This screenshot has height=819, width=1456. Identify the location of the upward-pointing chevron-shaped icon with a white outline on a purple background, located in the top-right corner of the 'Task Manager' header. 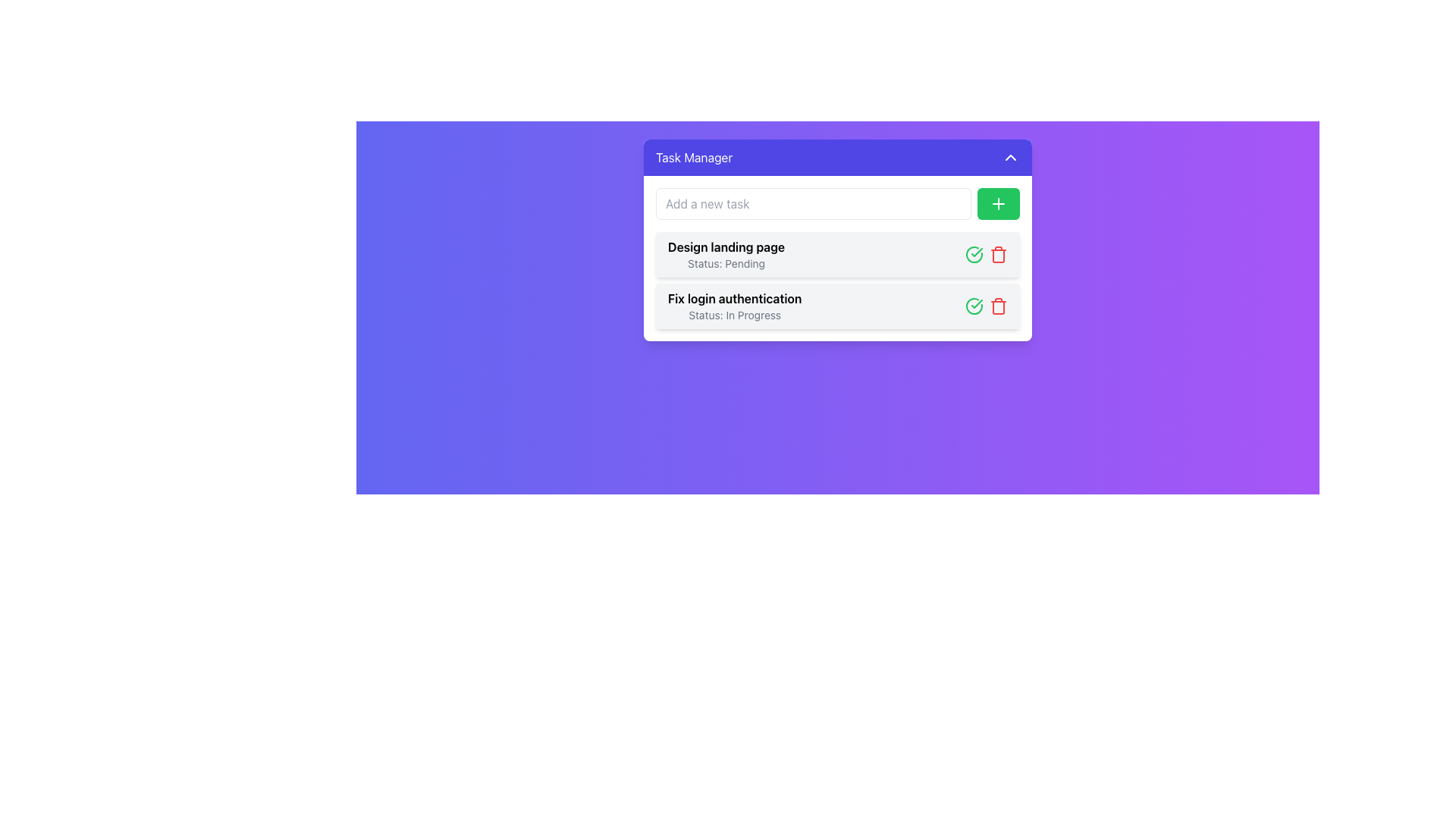
(1011, 158).